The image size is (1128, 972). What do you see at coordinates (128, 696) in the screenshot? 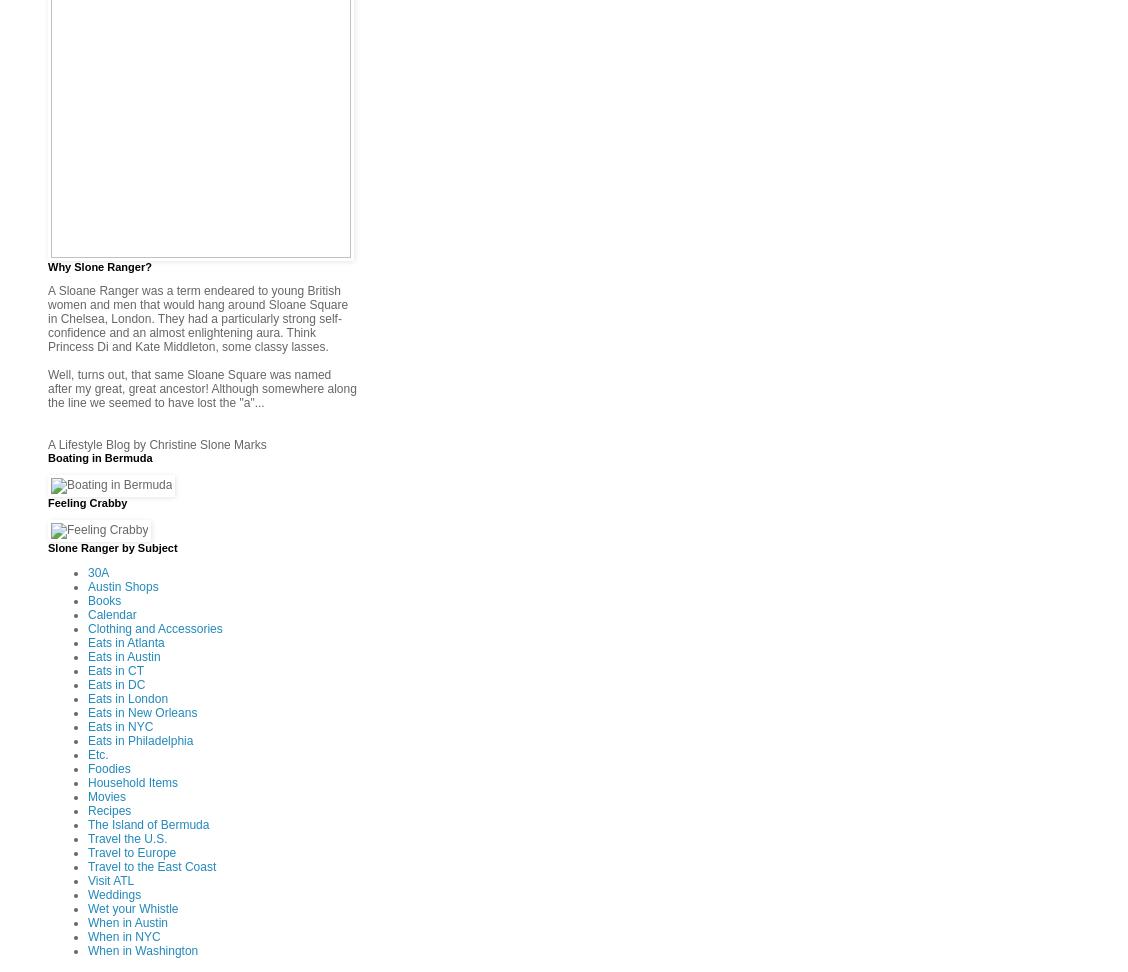
I see `'Eats in London'` at bounding box center [128, 696].